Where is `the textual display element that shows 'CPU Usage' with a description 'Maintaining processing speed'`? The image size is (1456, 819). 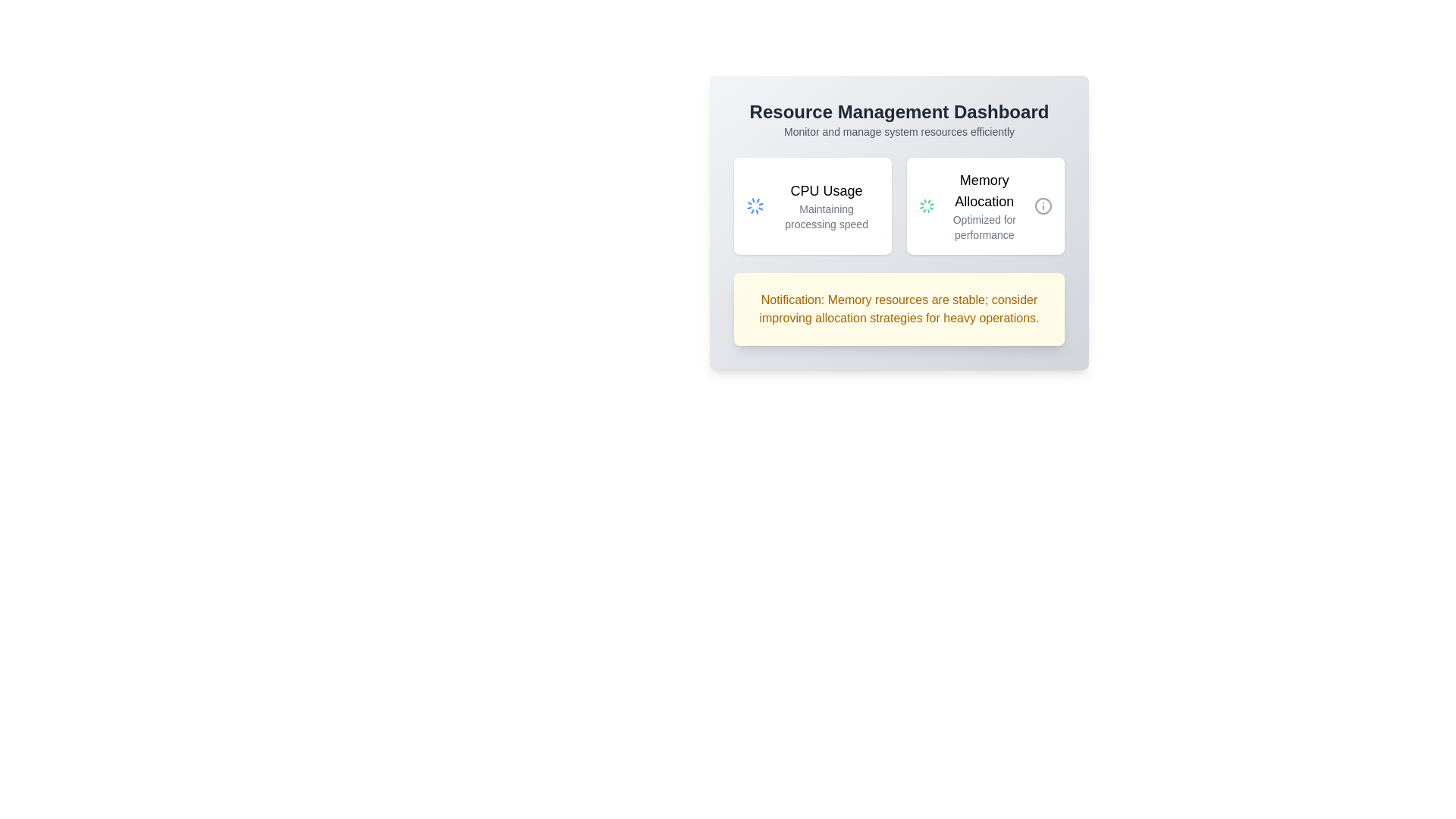 the textual display element that shows 'CPU Usage' with a description 'Maintaining processing speed' is located at coordinates (825, 206).